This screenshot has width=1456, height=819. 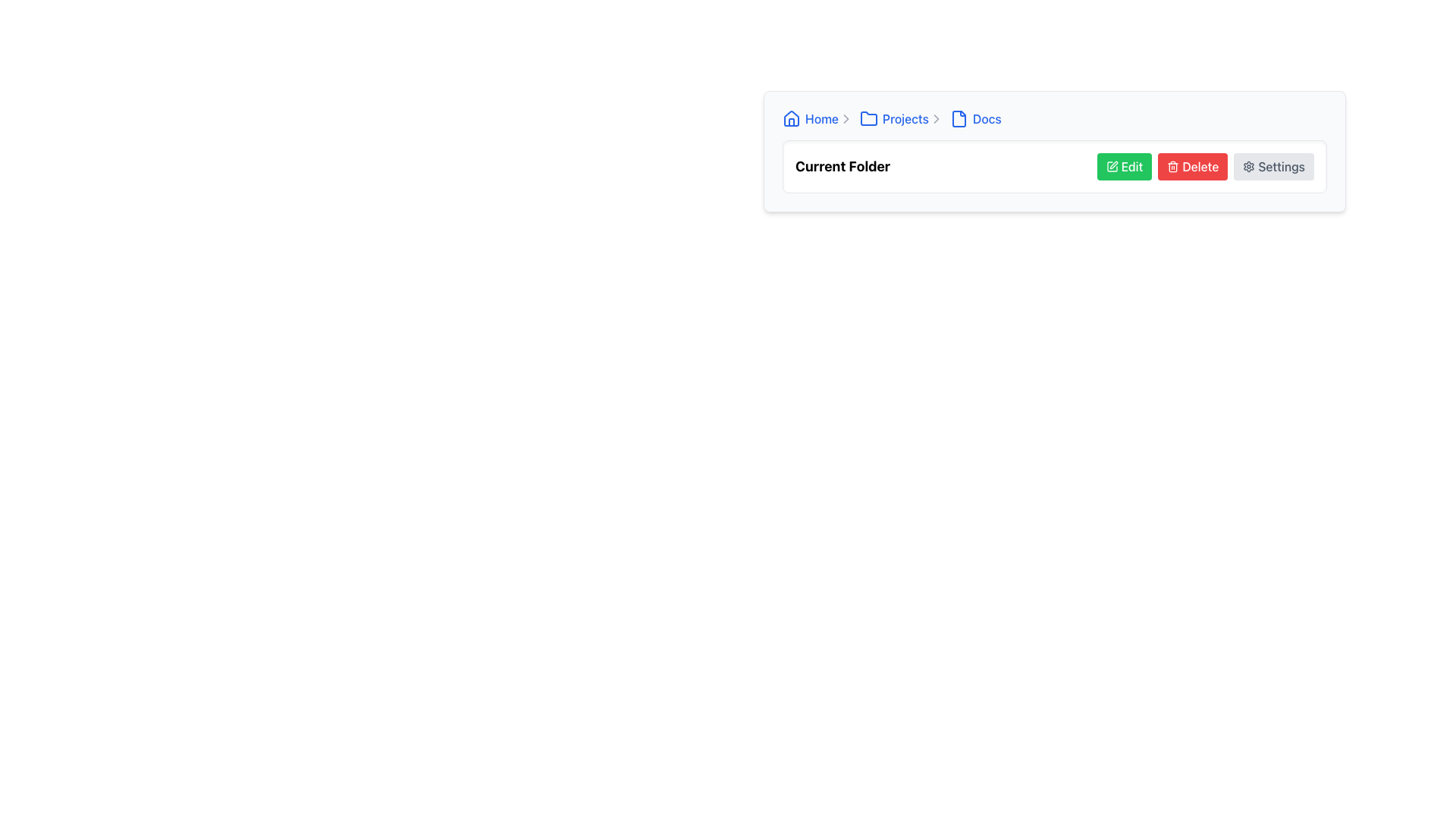 What do you see at coordinates (958, 118) in the screenshot?
I see `the 'Docs' icon in the breadcrumb navigation area, which symbolically represents the 'Docs' section and is positioned adjacent to the text 'Docs'` at bounding box center [958, 118].